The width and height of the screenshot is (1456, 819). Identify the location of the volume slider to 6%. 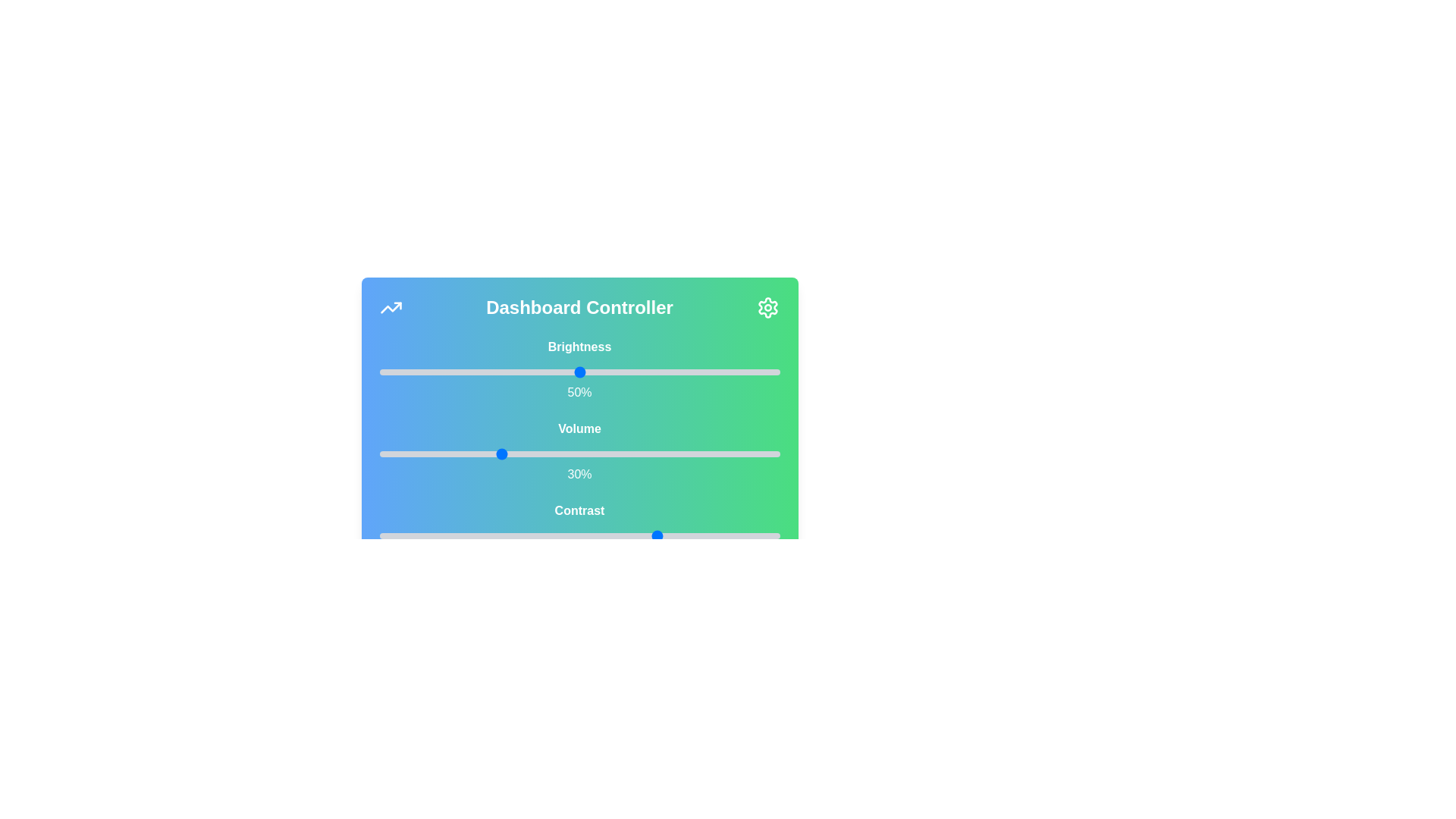
(403, 453).